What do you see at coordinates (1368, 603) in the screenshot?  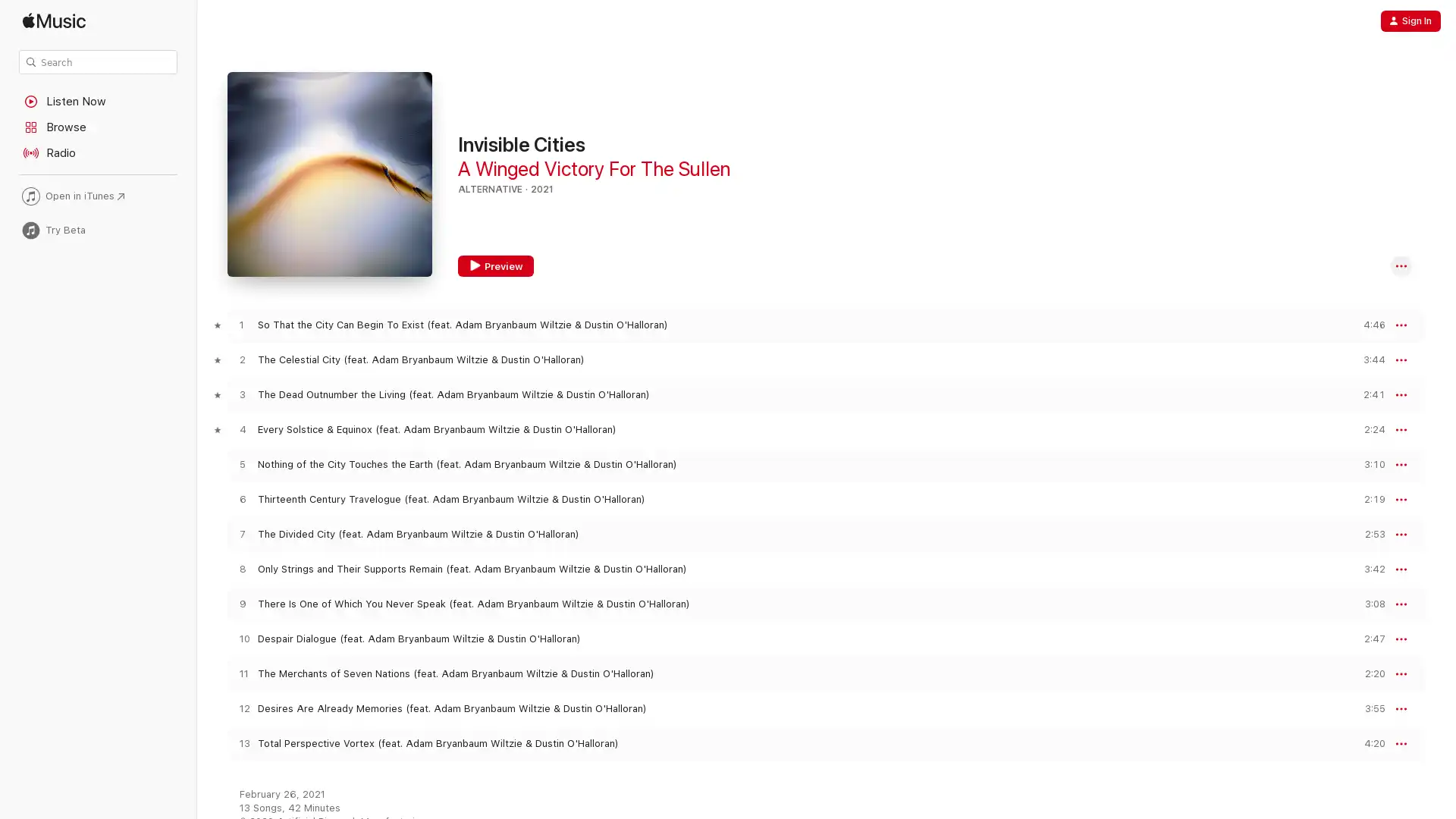 I see `Preview` at bounding box center [1368, 603].